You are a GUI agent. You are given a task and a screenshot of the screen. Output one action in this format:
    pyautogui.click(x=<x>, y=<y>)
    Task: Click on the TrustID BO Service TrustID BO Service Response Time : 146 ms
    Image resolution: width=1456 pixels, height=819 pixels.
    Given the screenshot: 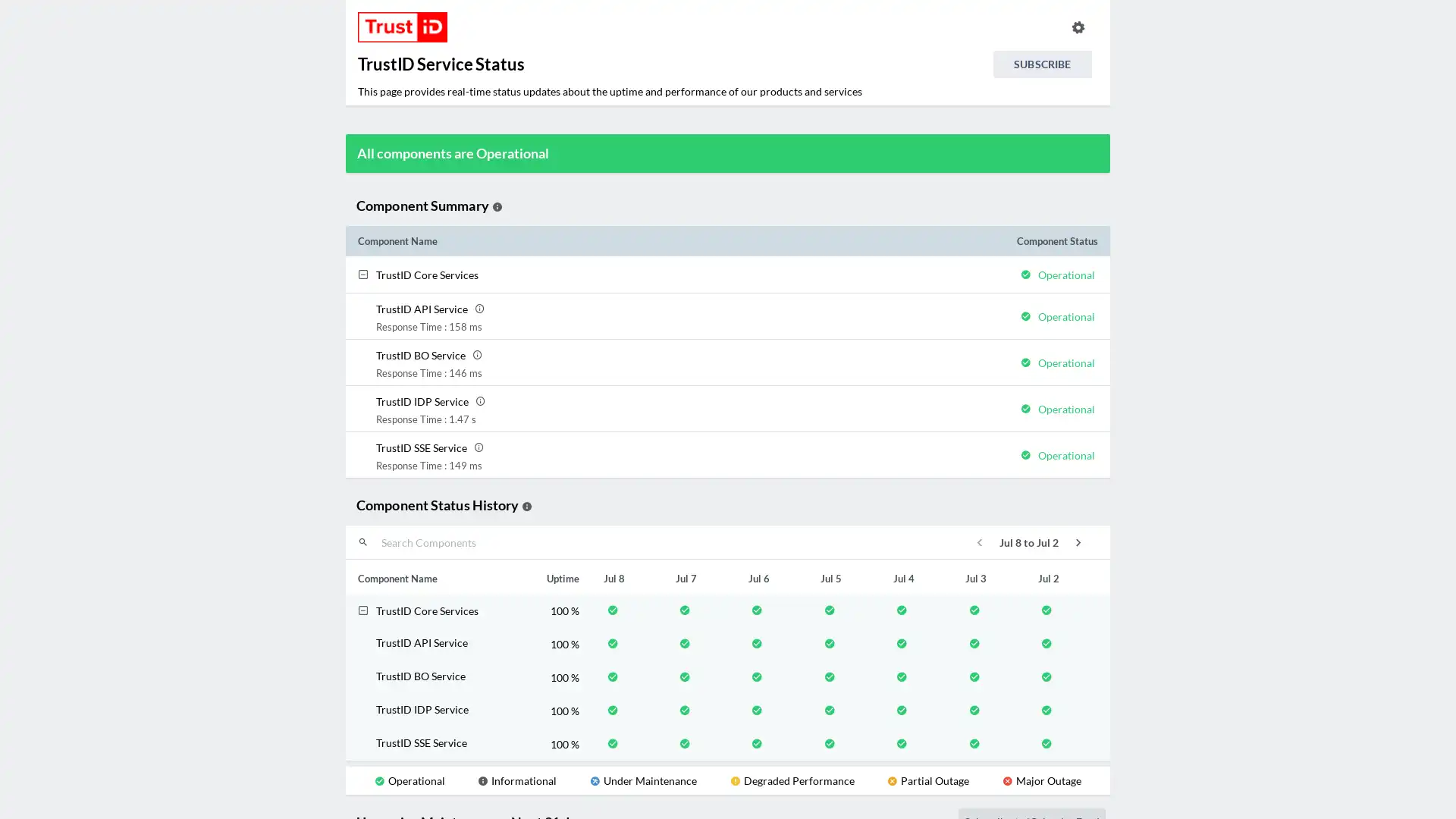 What is the action you would take?
    pyautogui.click(x=635, y=362)
    